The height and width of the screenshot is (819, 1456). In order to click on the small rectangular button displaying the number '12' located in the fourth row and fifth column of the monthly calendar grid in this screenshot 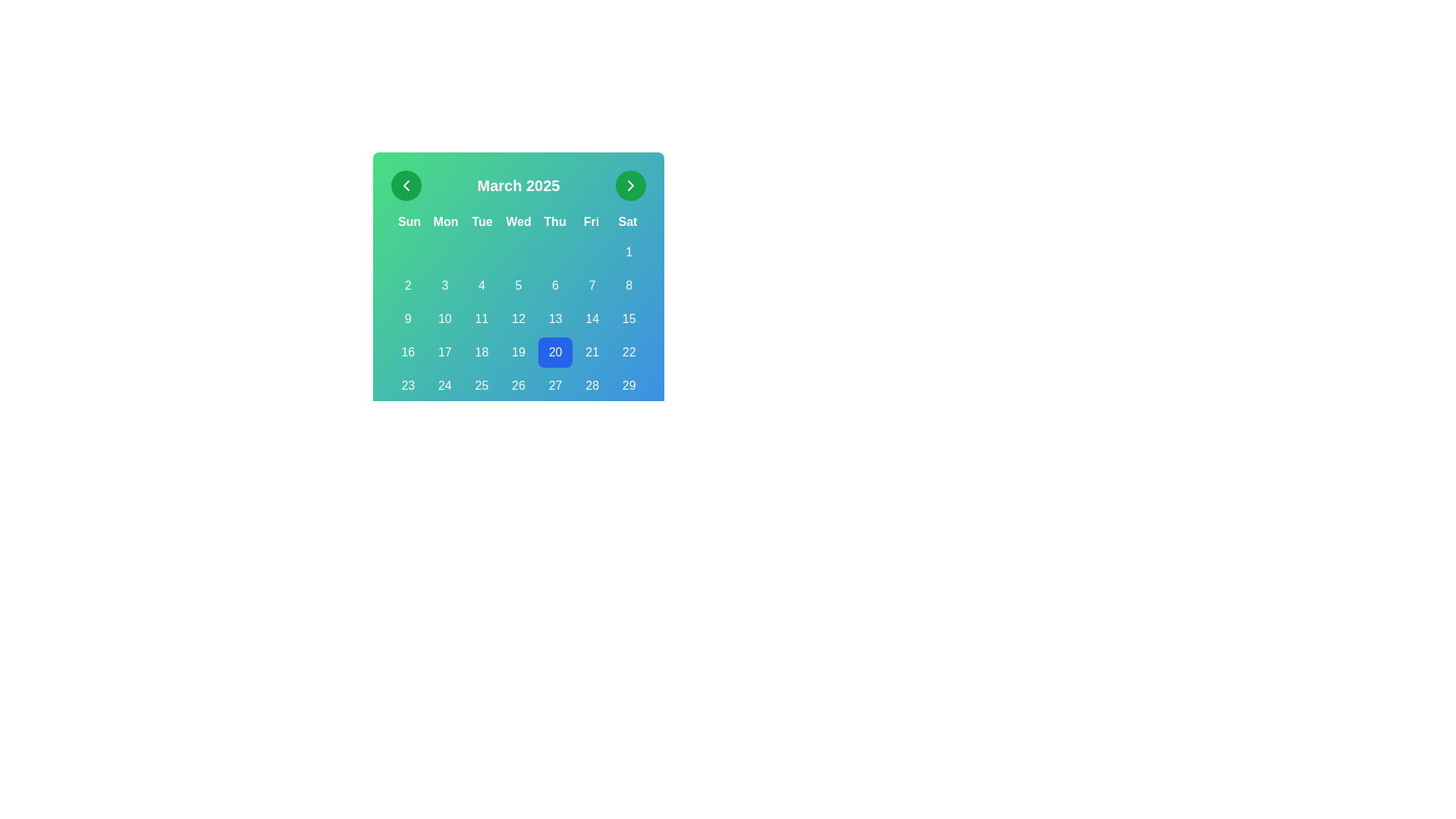, I will do `click(518, 318)`.